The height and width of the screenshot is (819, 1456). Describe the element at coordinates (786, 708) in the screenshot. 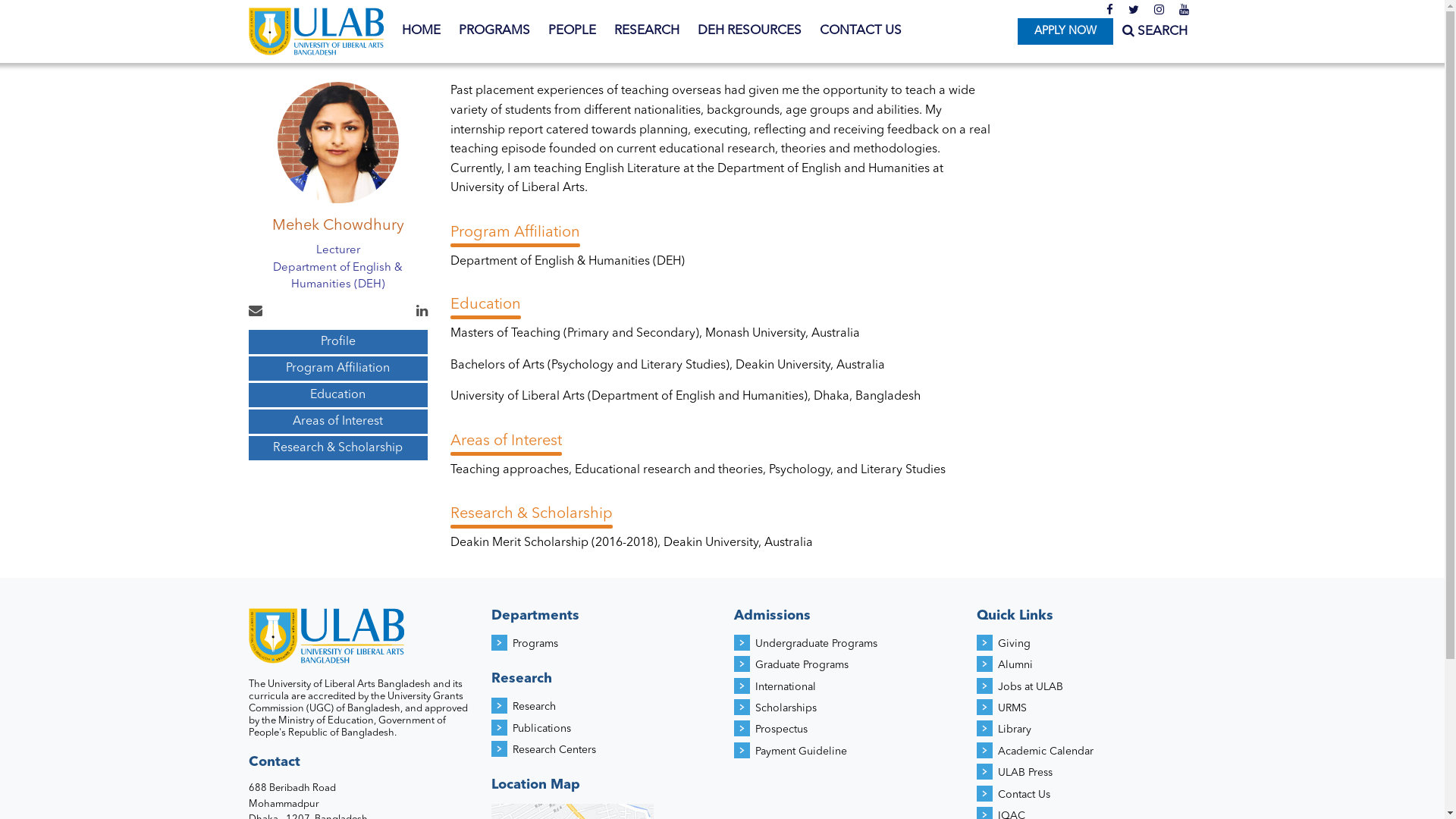

I see `'Scholarships'` at that location.